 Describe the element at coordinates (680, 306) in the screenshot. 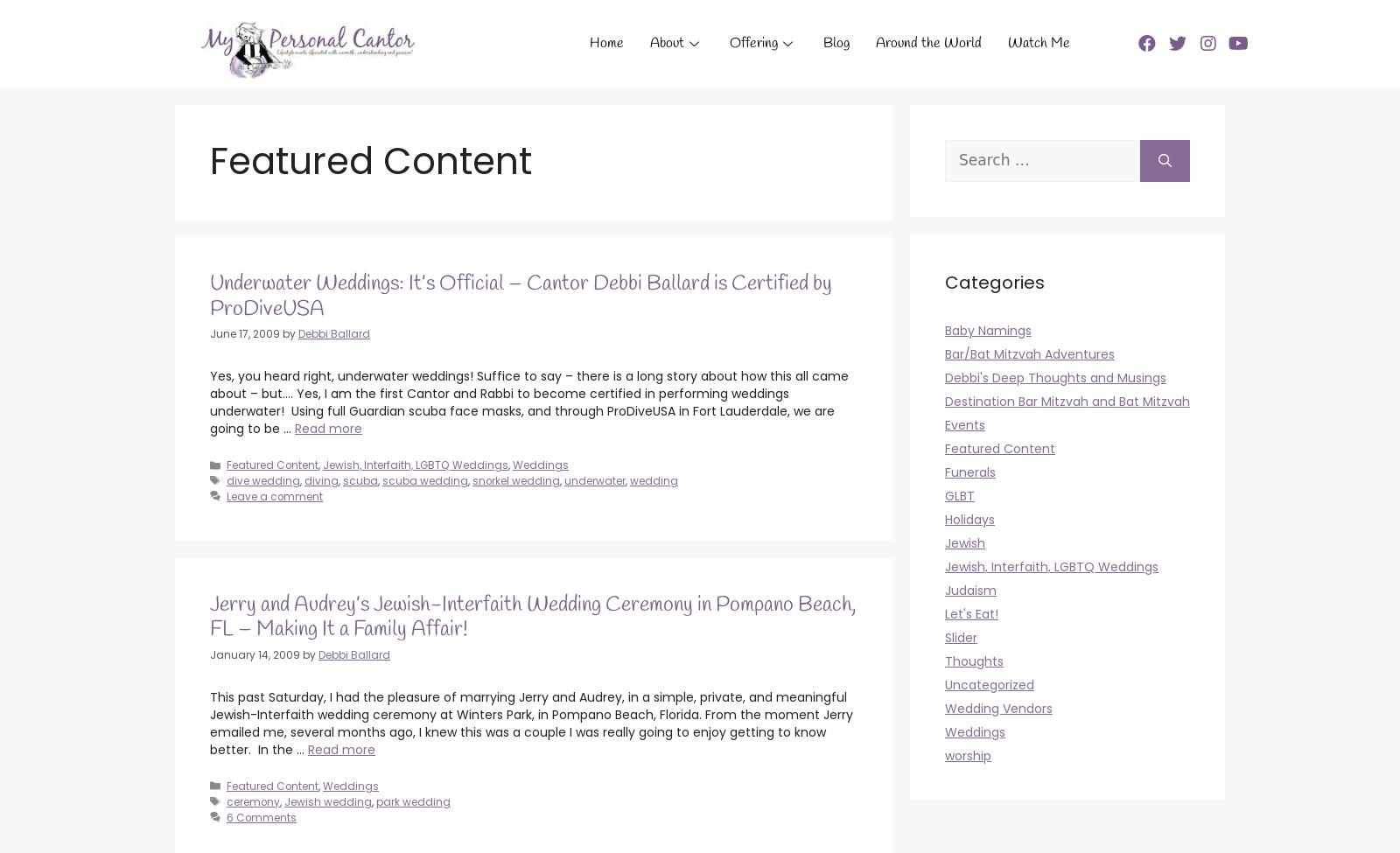

I see `'My Calendar'` at that location.